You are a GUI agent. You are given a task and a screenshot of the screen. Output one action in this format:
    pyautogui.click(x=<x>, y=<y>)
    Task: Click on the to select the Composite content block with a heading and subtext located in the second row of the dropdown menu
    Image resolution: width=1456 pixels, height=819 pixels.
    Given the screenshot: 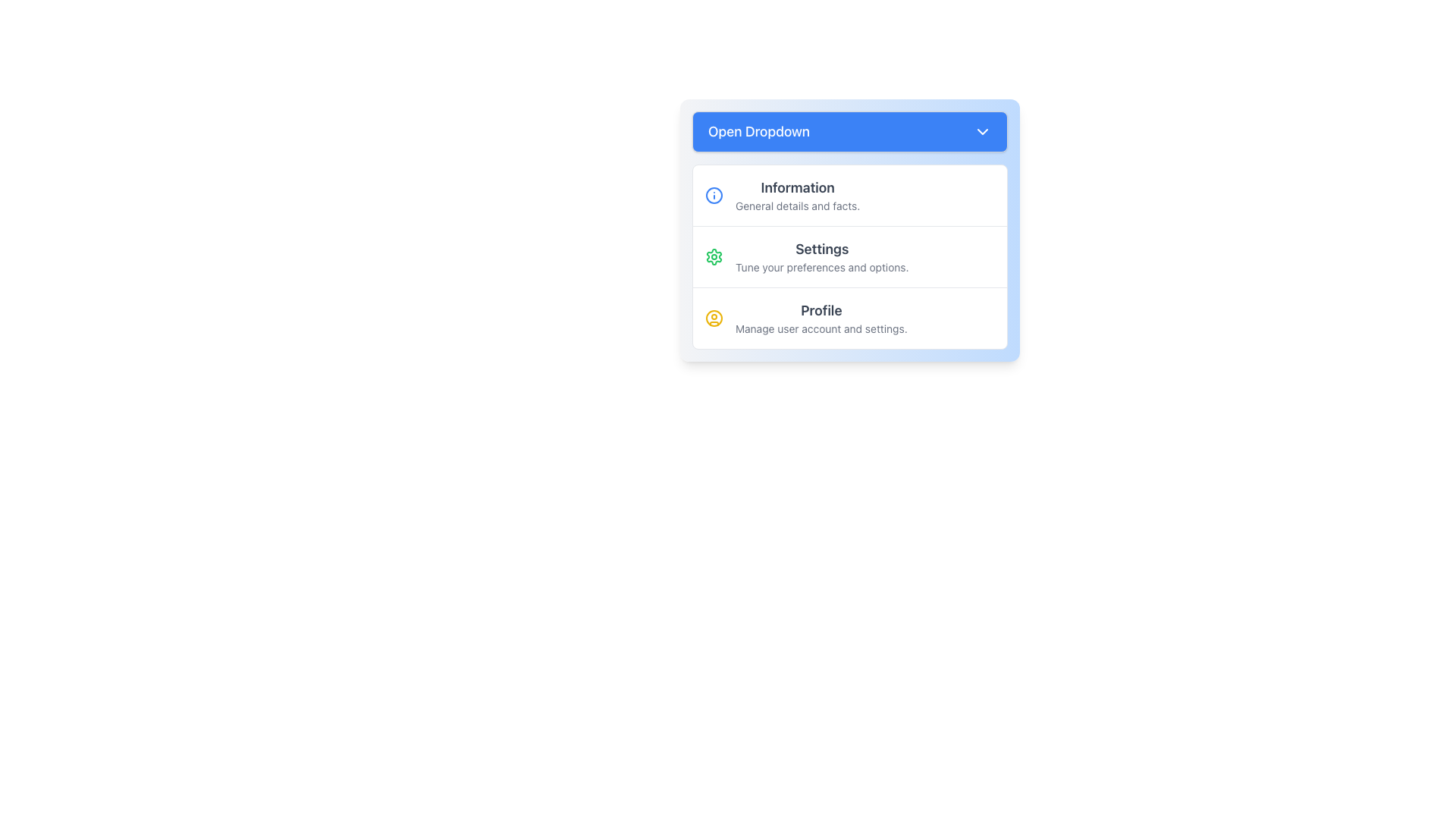 What is the action you would take?
    pyautogui.click(x=821, y=256)
    